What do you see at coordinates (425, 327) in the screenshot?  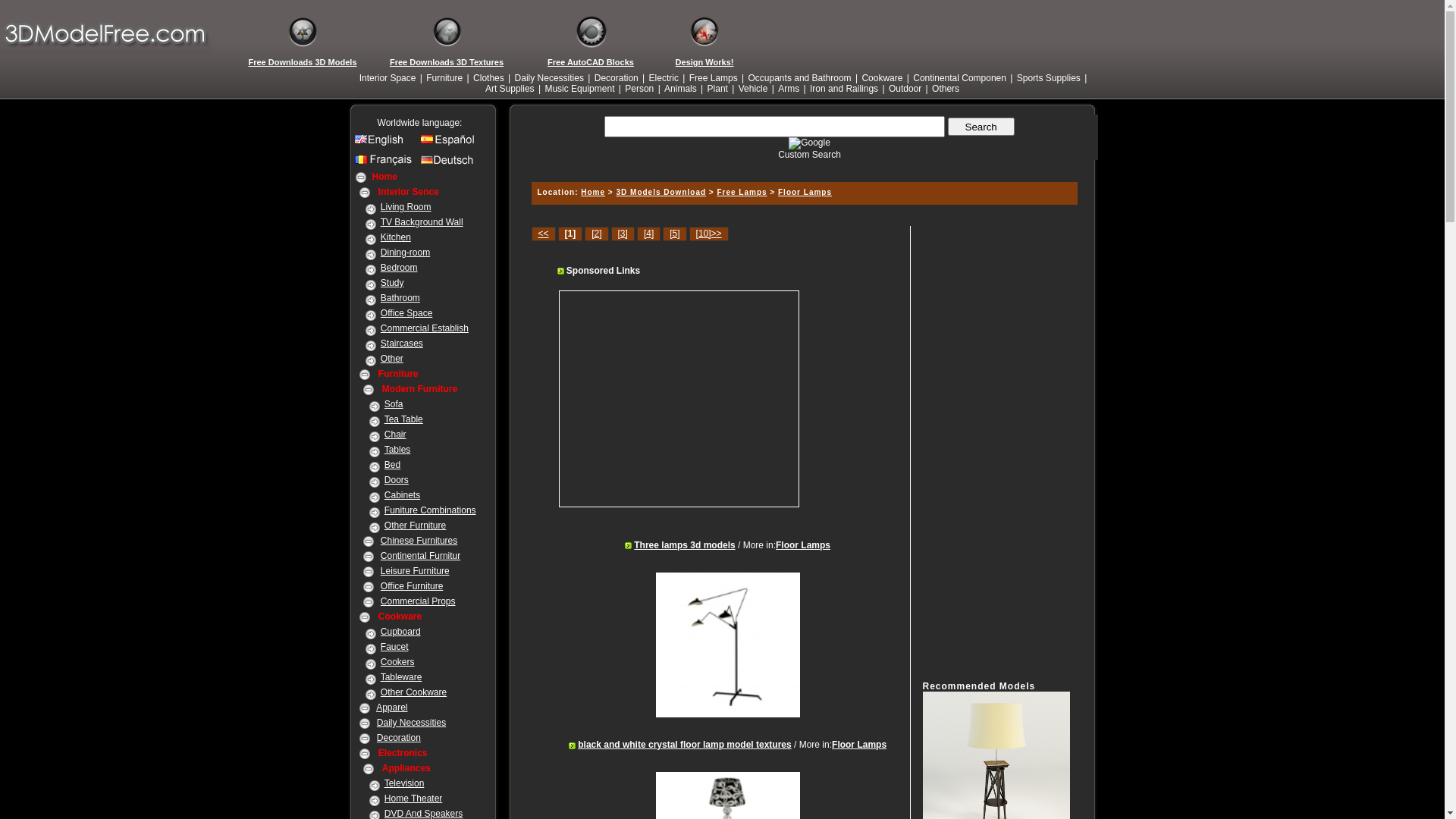 I see `'Commercial Establish'` at bounding box center [425, 327].